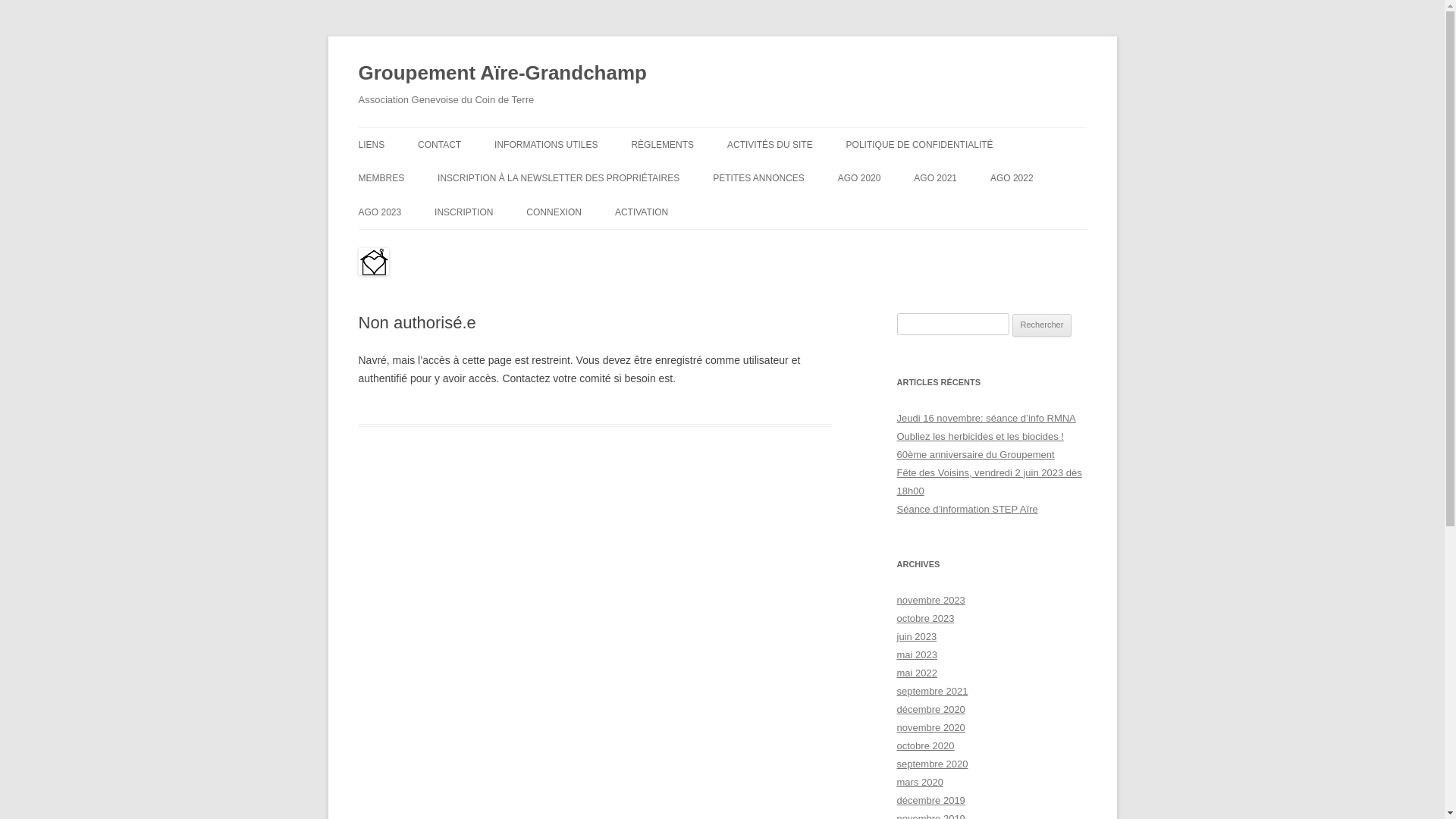 The width and height of the screenshot is (1456, 819). What do you see at coordinates (546, 145) in the screenshot?
I see `'INFORMATIONS UTILES'` at bounding box center [546, 145].